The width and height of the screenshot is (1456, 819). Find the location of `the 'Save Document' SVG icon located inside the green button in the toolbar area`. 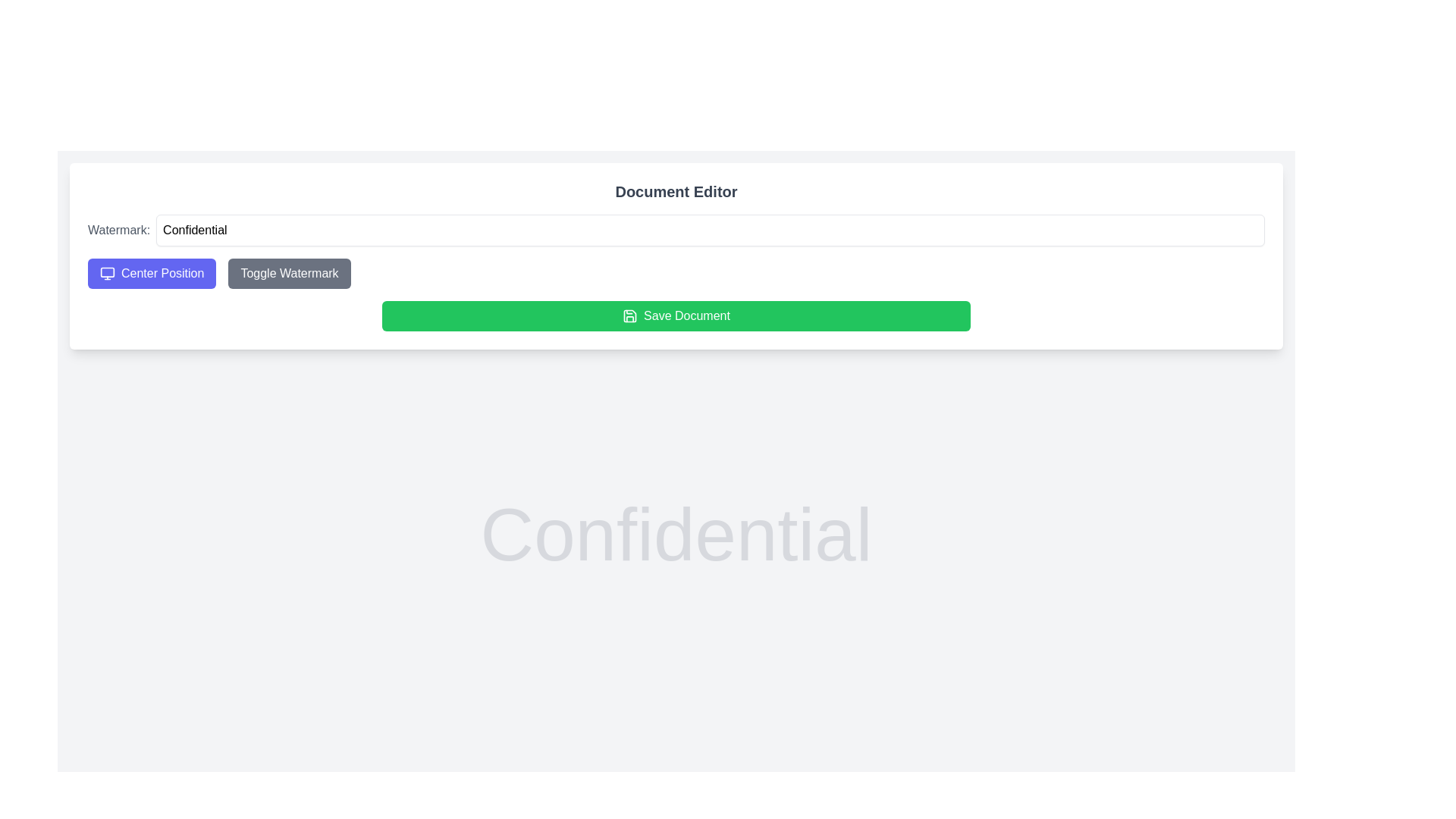

the 'Save Document' SVG icon located inside the green button in the toolbar area is located at coordinates (630, 315).